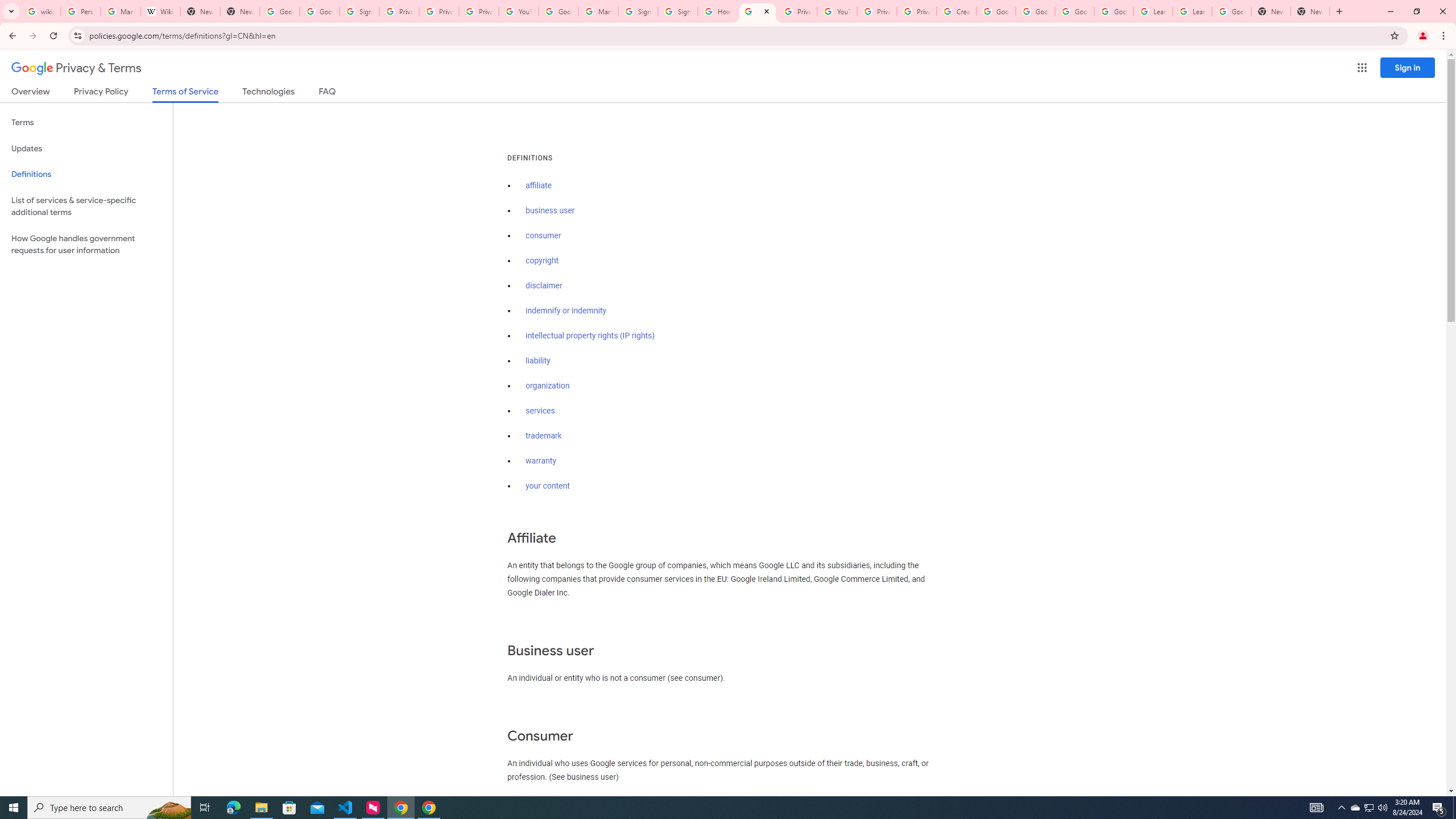 The height and width of the screenshot is (819, 1456). I want to click on 'organization', so click(547, 385).